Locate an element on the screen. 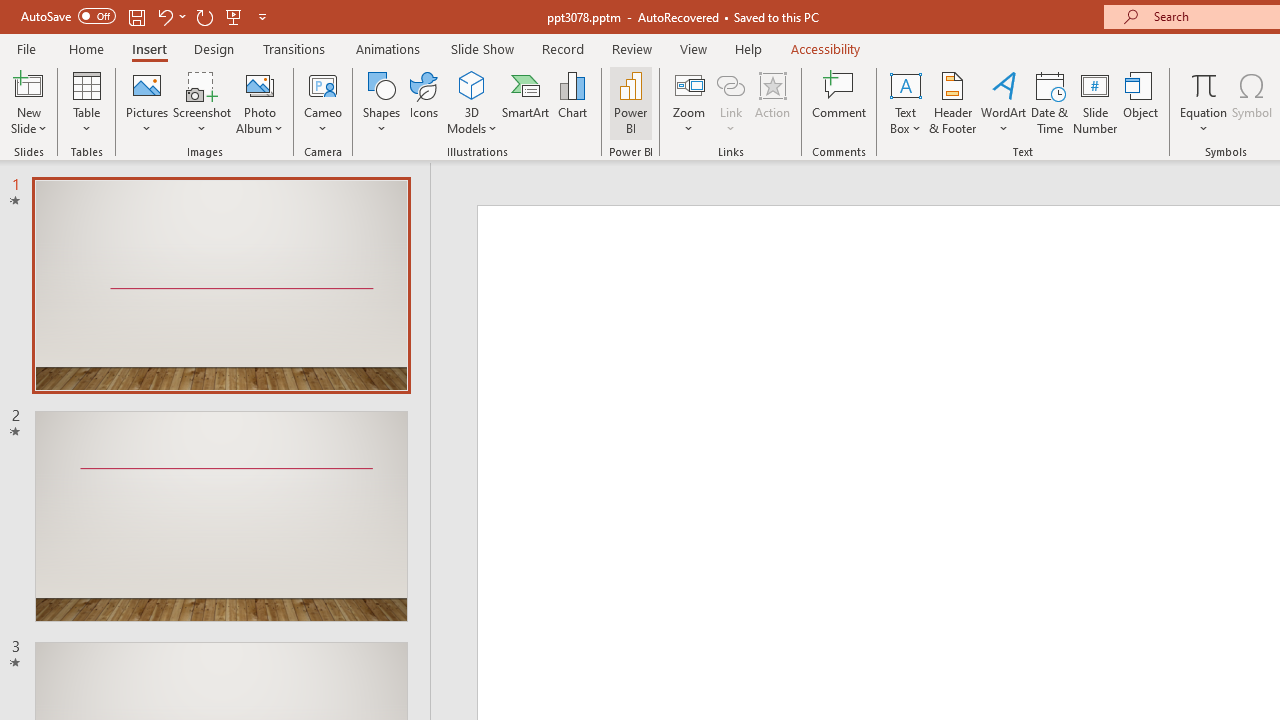 This screenshot has width=1280, height=720. 'Icons' is located at coordinates (423, 103).